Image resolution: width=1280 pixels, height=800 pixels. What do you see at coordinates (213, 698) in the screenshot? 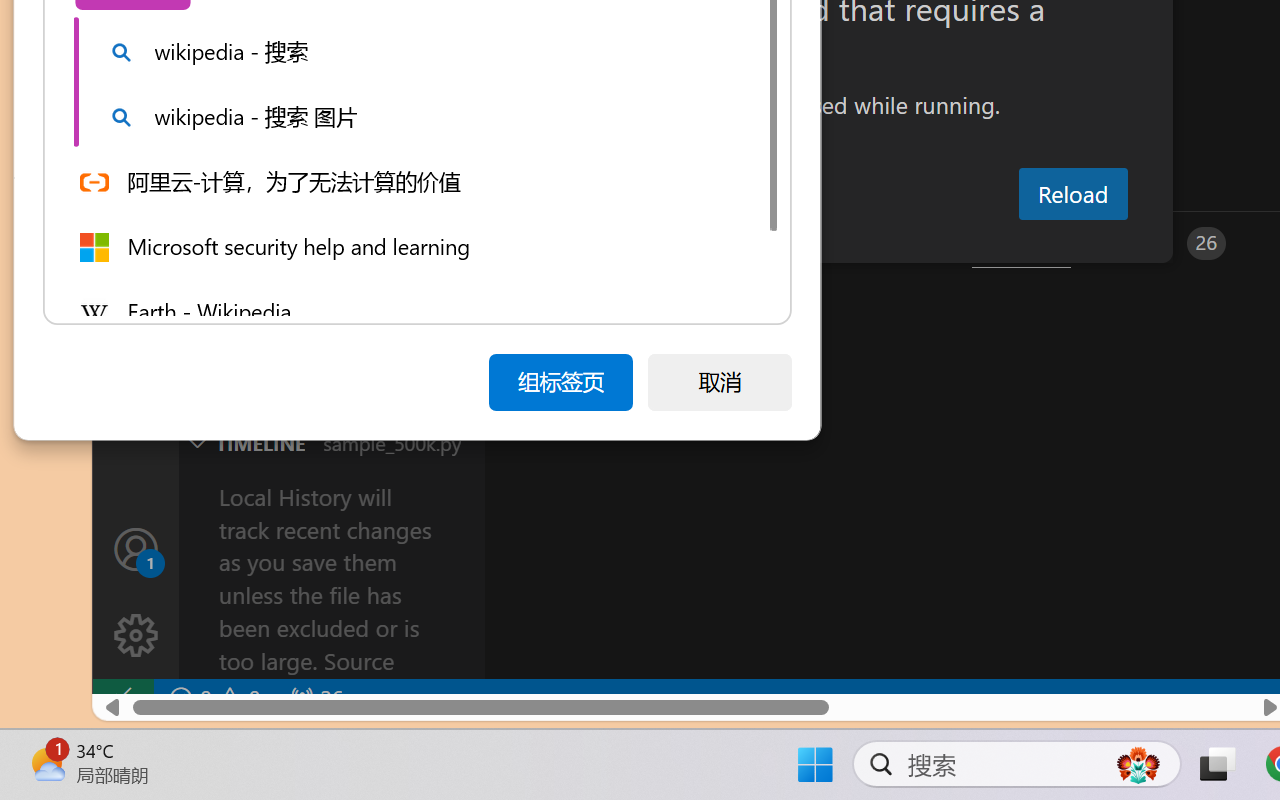
I see `'No Problems'` at bounding box center [213, 698].